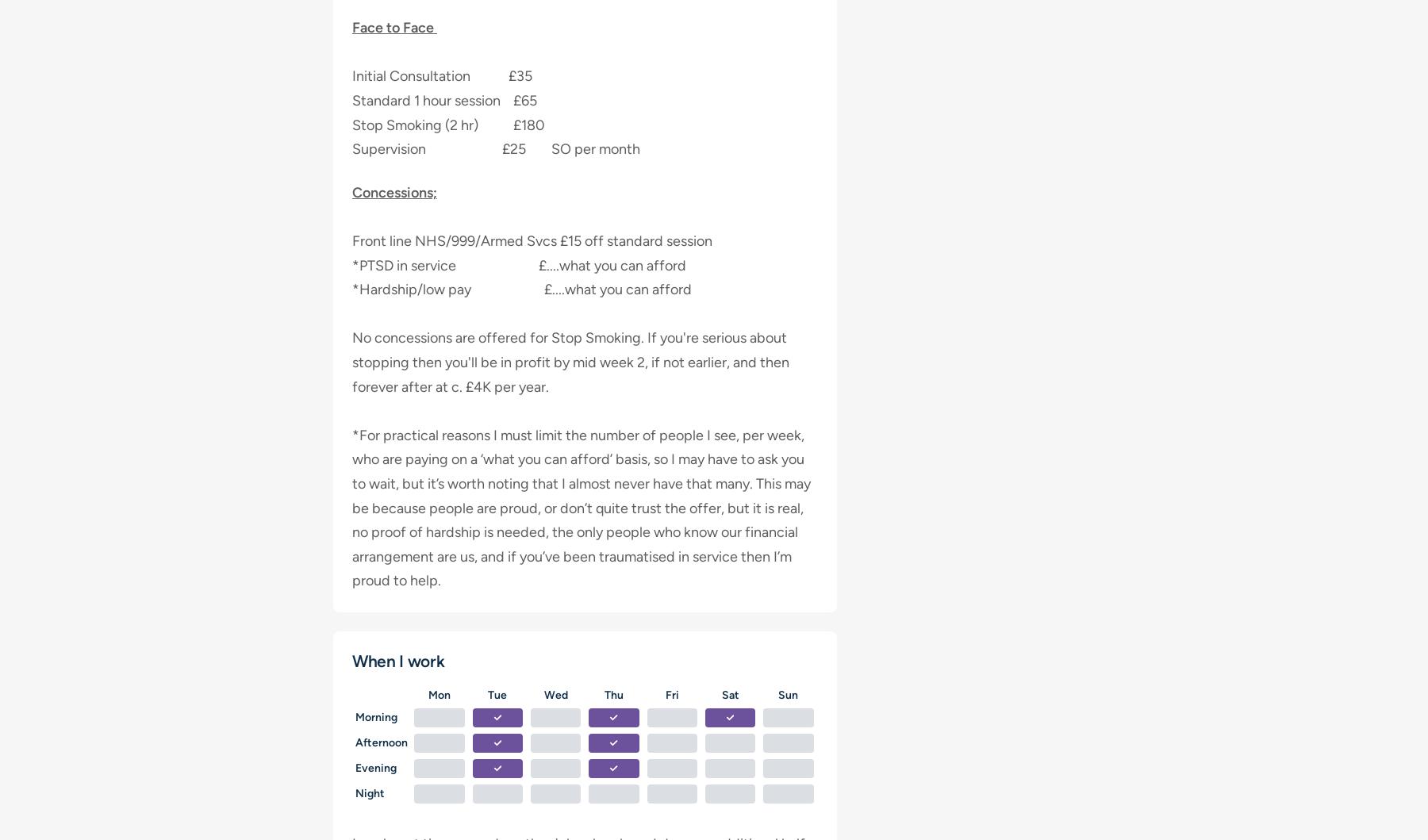  What do you see at coordinates (397, 659) in the screenshot?
I see `'When I work'` at bounding box center [397, 659].